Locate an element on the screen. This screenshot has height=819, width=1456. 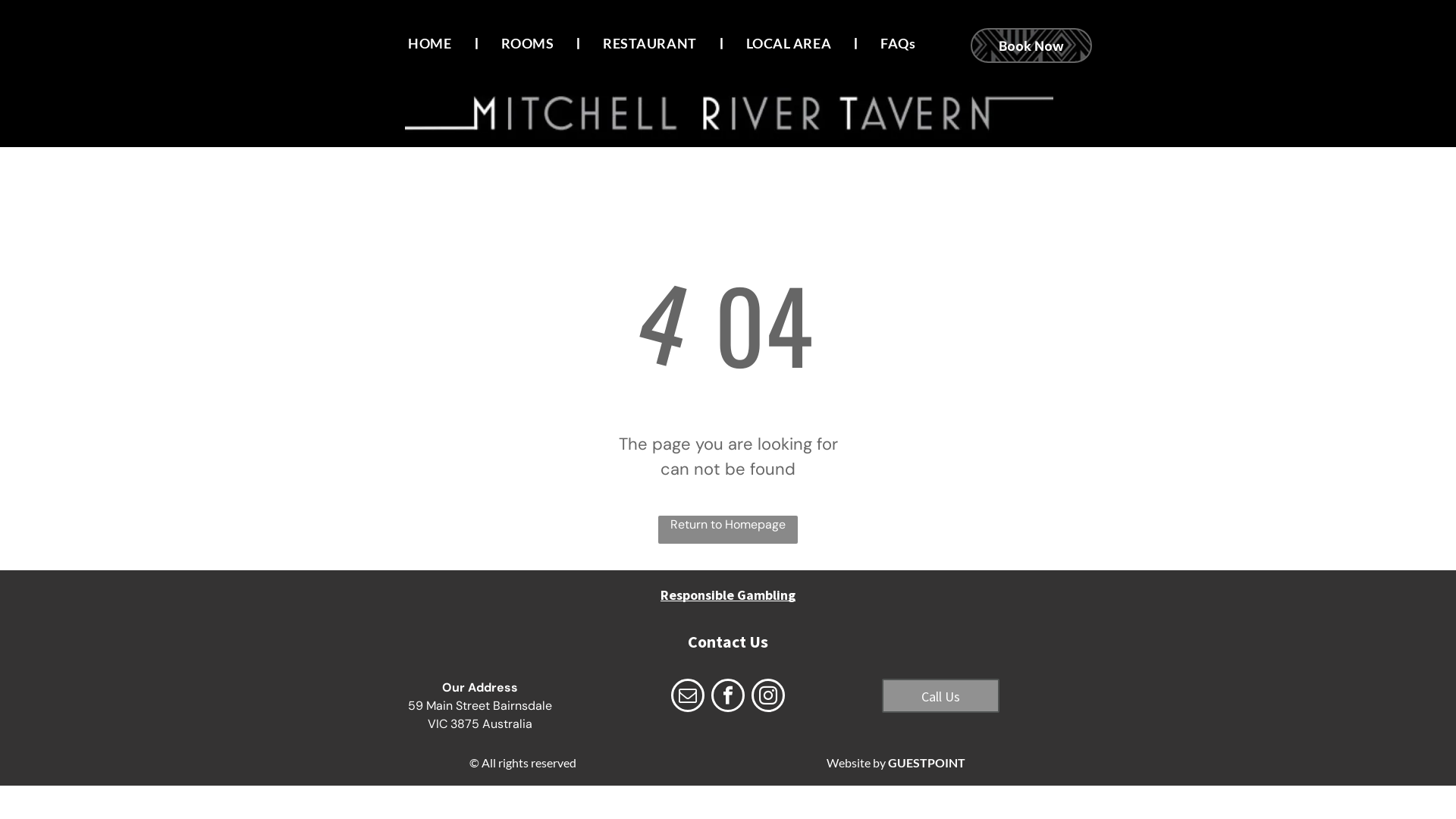
'FAQs' is located at coordinates (858, 42).